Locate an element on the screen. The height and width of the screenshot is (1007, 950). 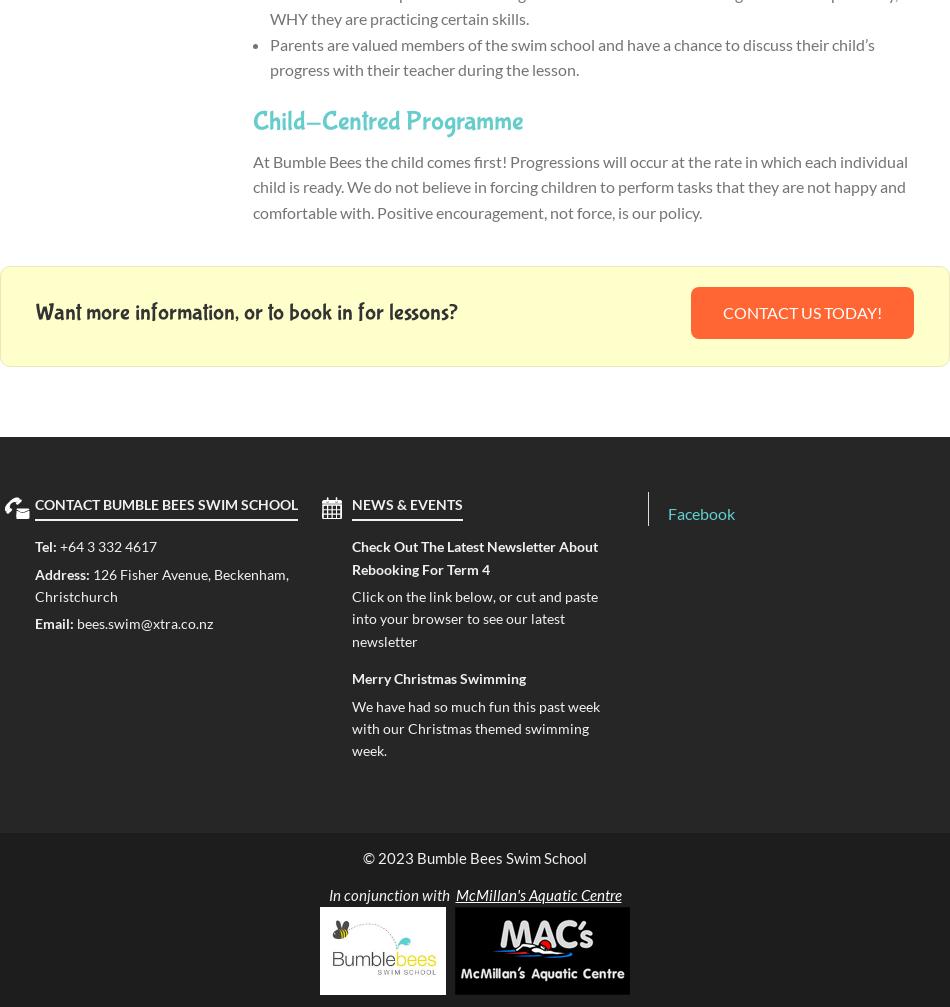
'We have had so much fun this past week with our Christmas themed swimming week.' is located at coordinates (475, 726).